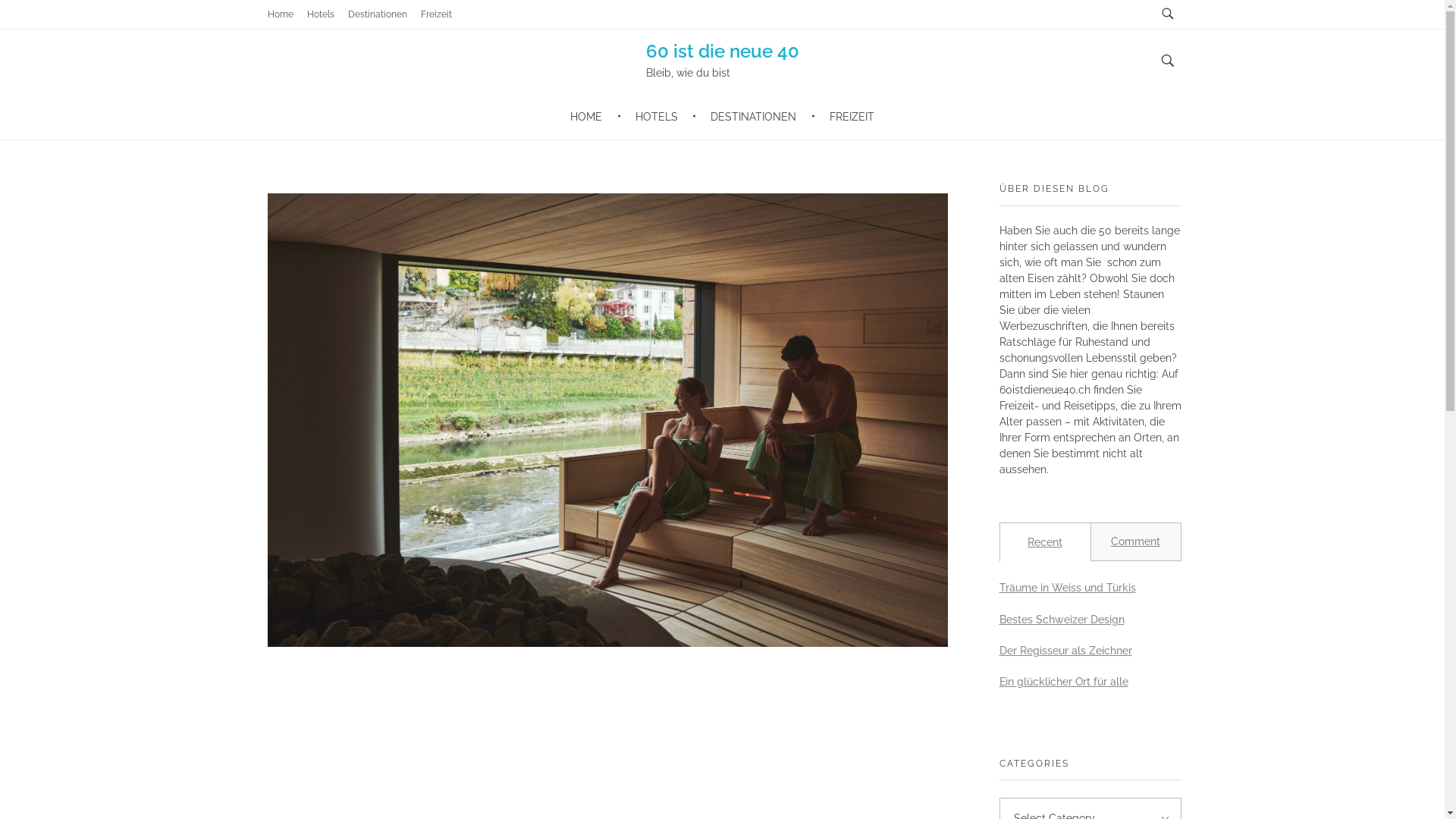  What do you see at coordinates (844, 116) in the screenshot?
I see `'FREIZEIT'` at bounding box center [844, 116].